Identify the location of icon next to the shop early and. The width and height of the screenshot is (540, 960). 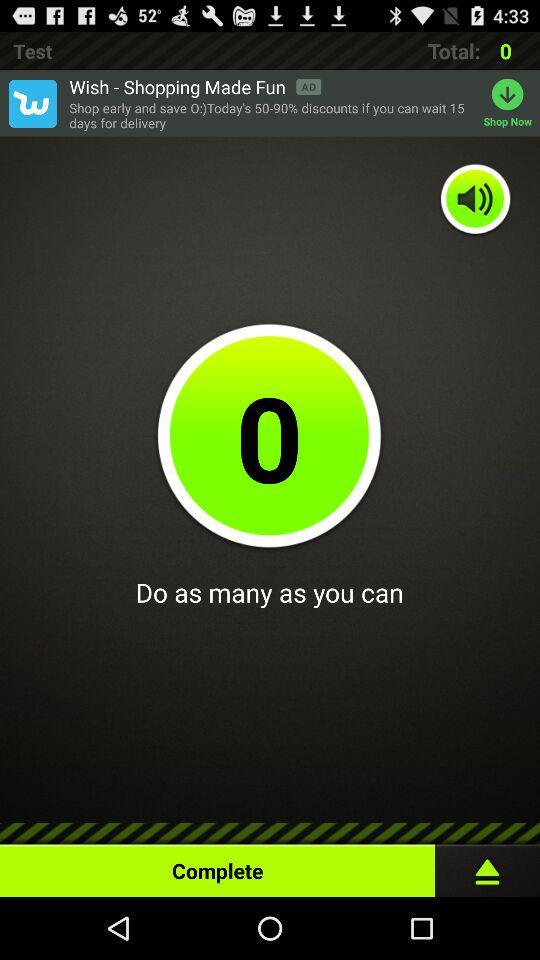
(511, 103).